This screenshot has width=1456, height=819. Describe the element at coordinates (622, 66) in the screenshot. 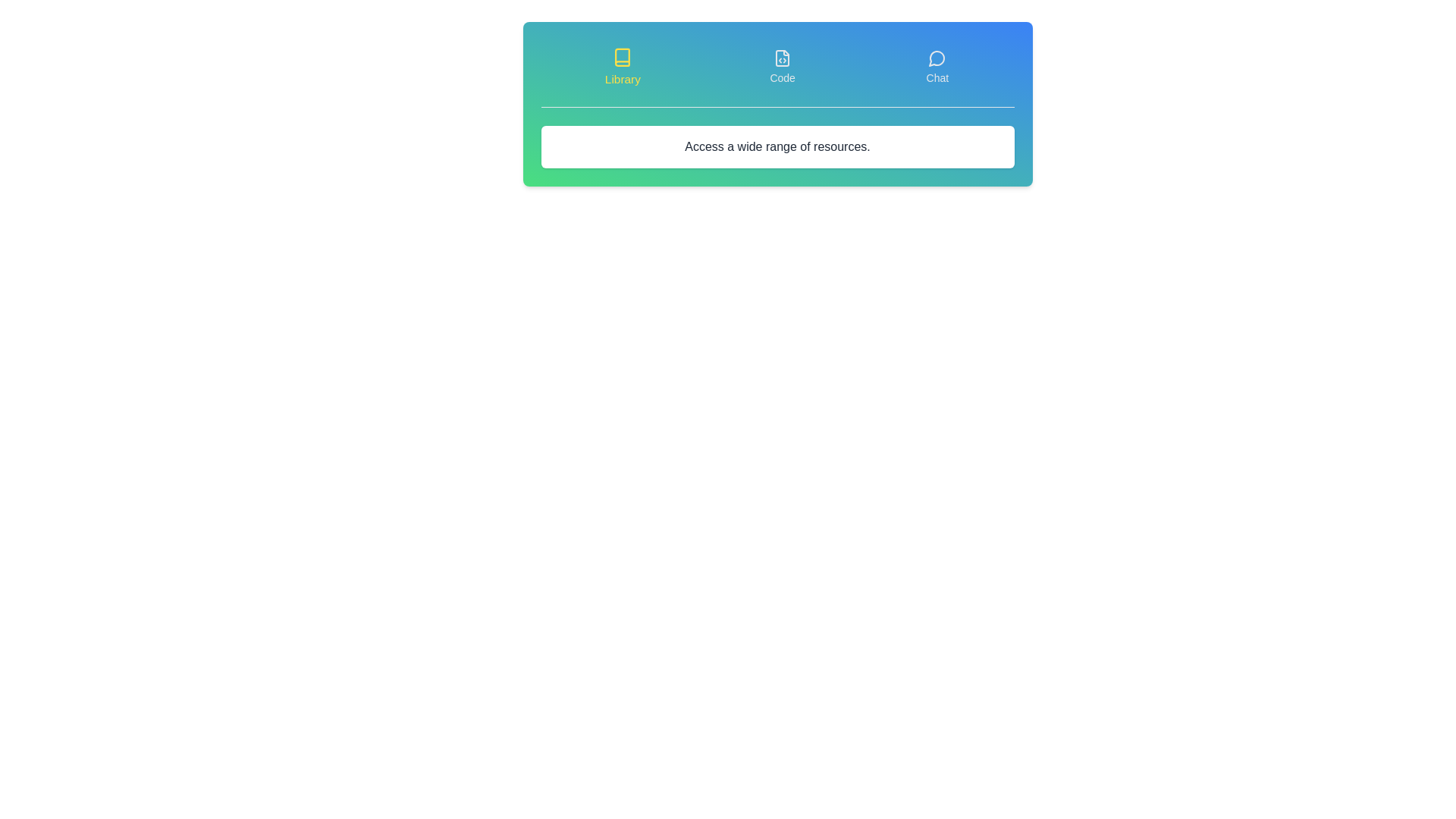

I see `the tab labeled Library to select it` at that location.